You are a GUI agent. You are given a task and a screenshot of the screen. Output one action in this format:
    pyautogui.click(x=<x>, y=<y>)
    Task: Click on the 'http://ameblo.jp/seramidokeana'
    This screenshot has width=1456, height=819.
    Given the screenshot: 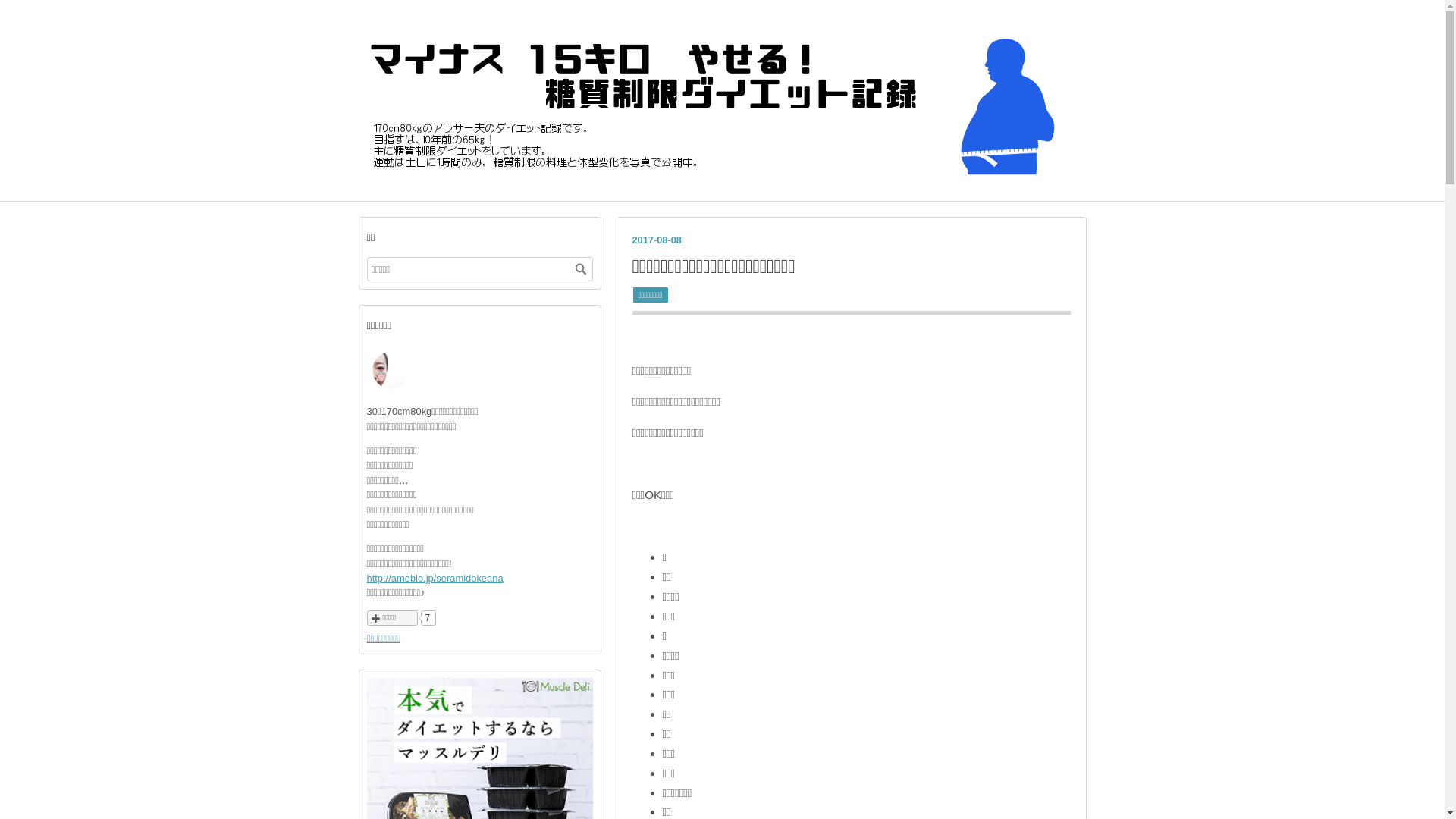 What is the action you would take?
    pyautogui.click(x=435, y=578)
    